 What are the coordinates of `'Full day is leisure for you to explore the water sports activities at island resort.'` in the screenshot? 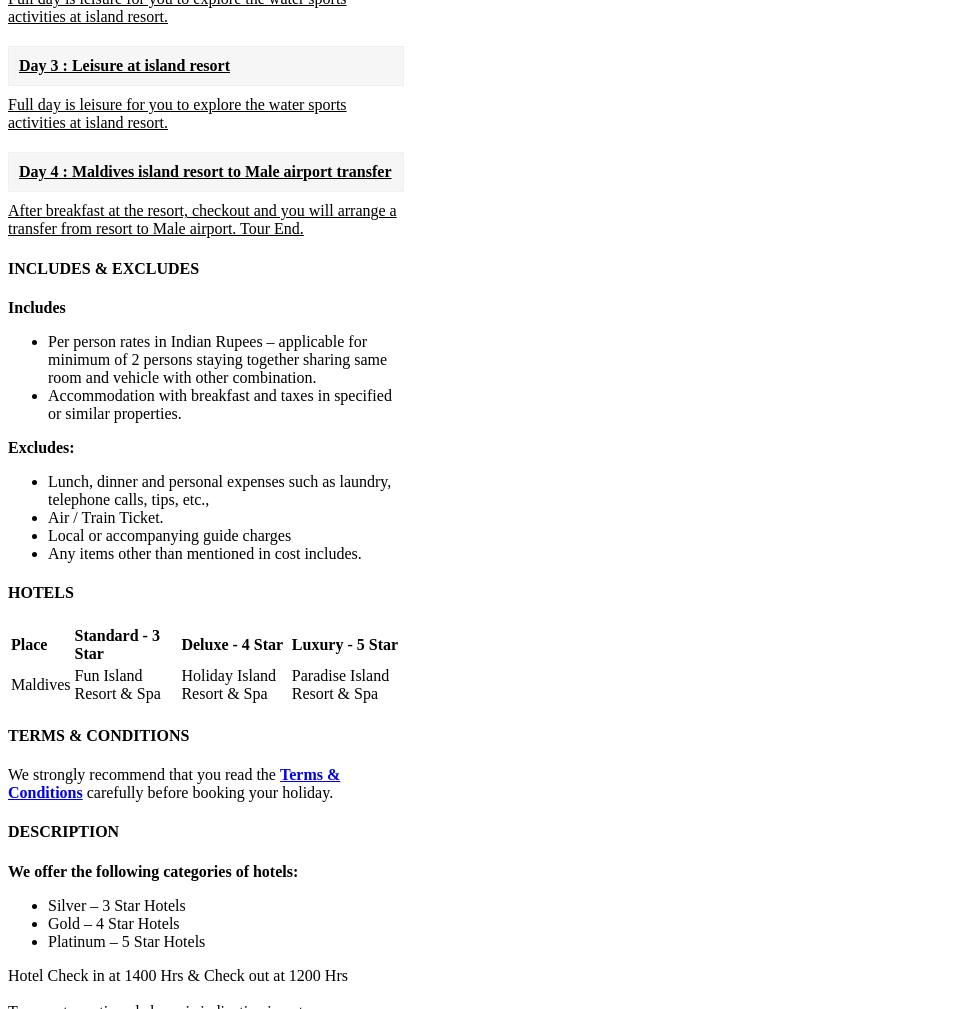 It's located at (6, 112).